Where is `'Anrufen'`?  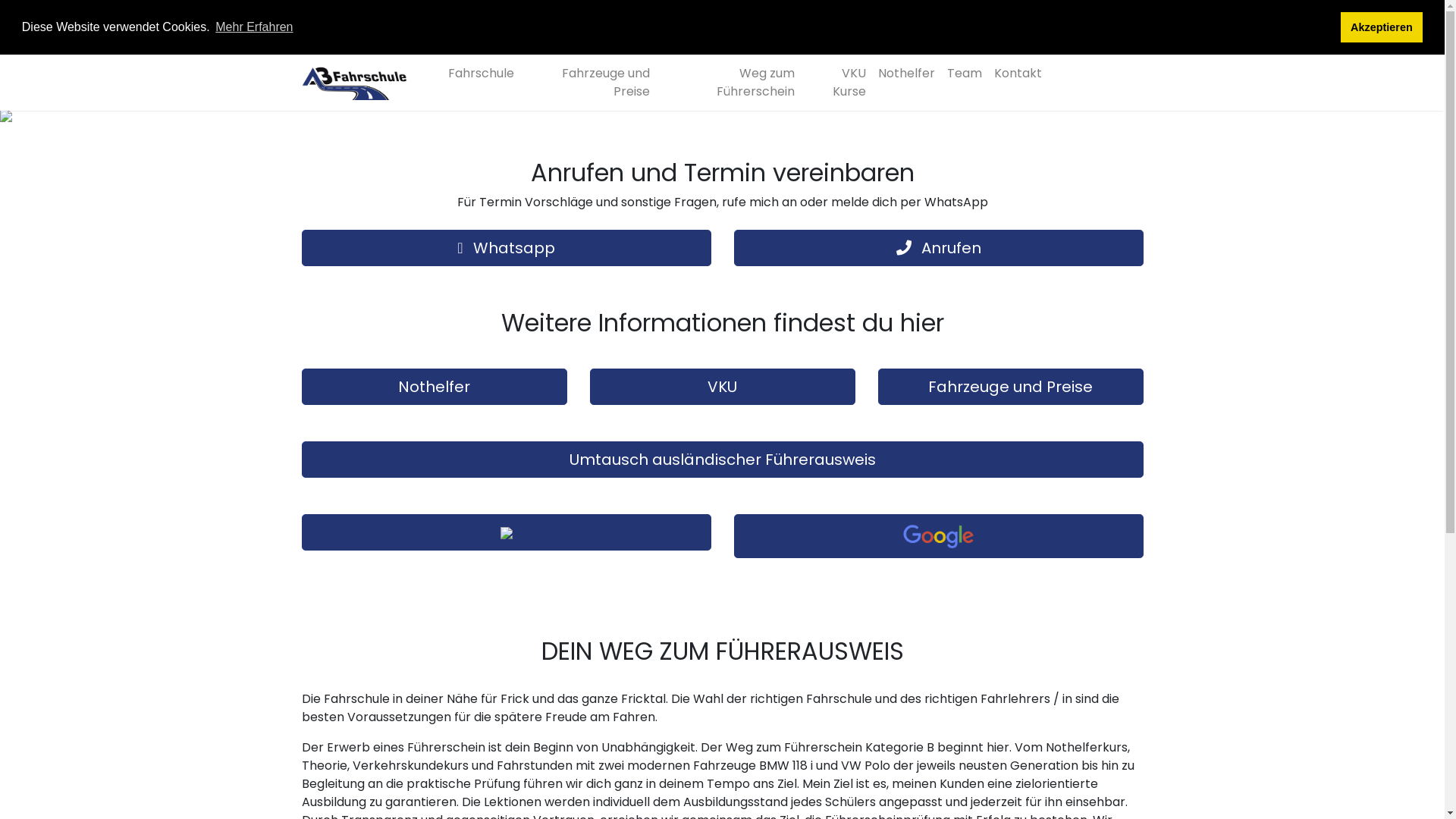
'Anrufen' is located at coordinates (938, 247).